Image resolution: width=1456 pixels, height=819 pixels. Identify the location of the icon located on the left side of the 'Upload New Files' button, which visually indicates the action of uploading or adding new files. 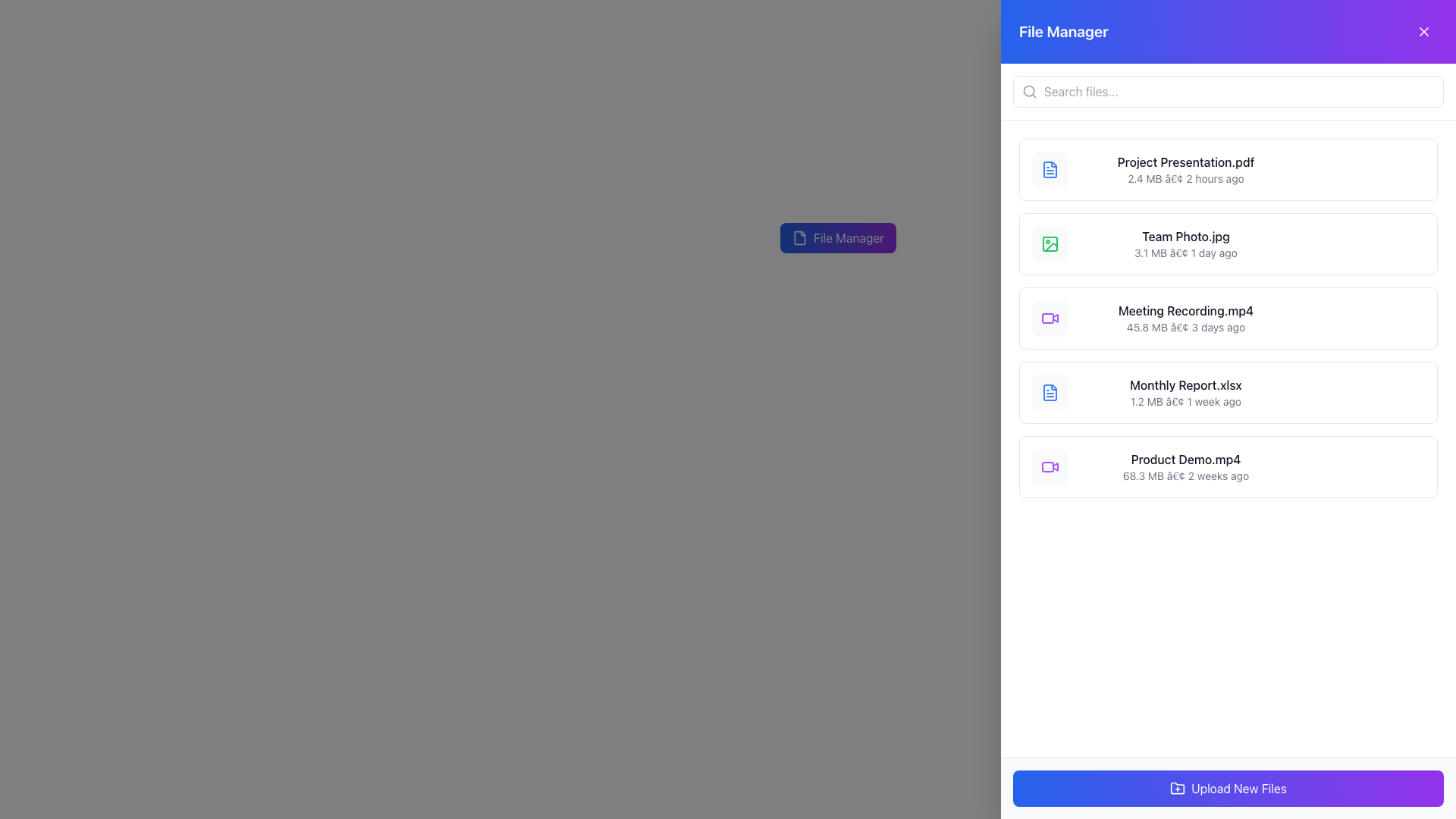
(1177, 788).